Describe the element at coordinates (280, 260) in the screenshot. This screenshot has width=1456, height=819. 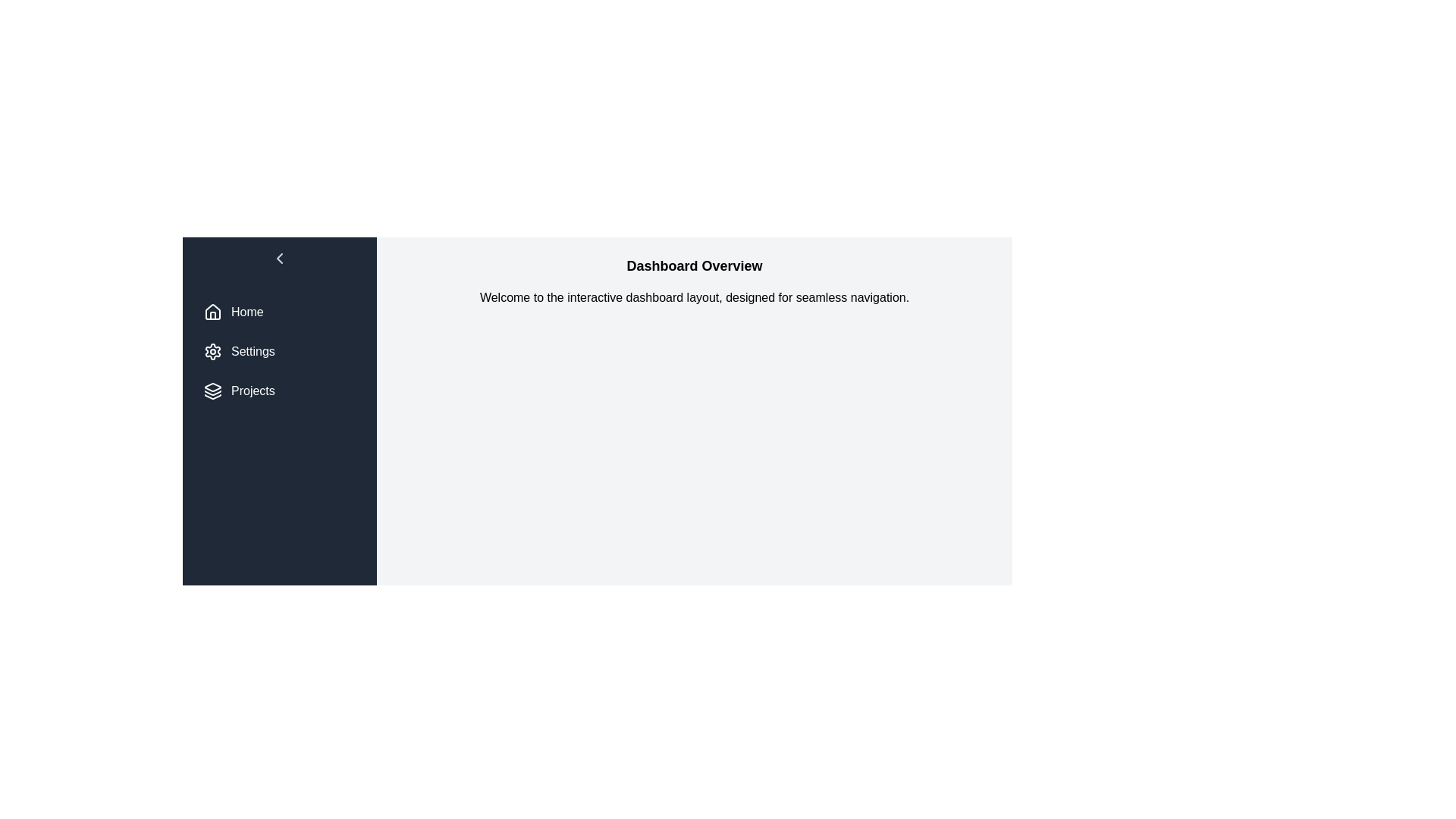
I see `the left arrow icon button located at the top of the sidebar` at that location.